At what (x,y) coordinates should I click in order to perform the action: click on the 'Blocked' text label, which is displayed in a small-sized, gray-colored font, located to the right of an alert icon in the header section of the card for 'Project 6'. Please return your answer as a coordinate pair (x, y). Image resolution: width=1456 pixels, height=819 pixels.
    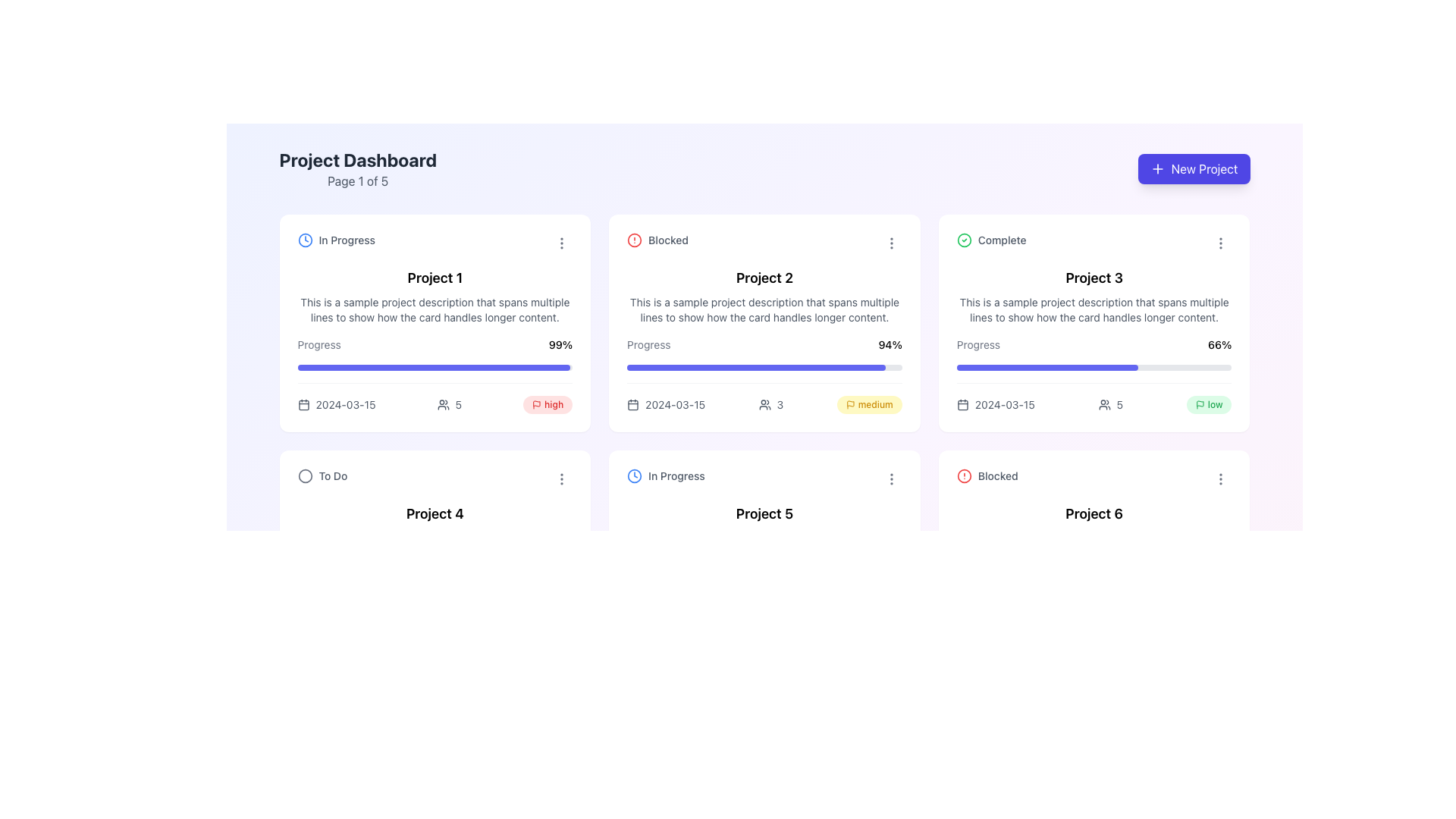
    Looking at the image, I should click on (998, 475).